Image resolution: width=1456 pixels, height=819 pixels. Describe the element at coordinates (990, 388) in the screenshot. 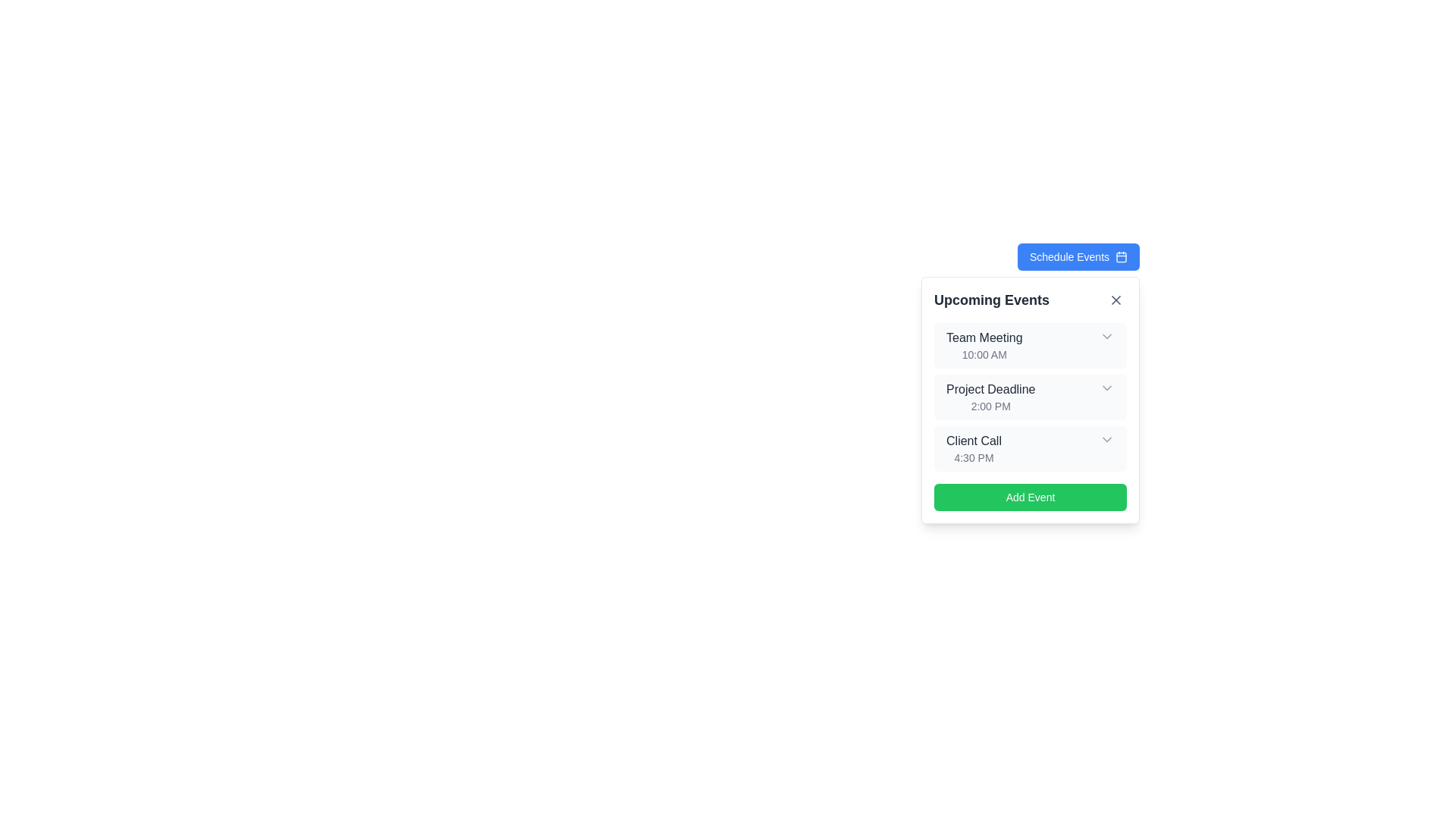

I see `title or description of the event displayed in the 'Upcoming Events' section, specifically the Text label that is the first line of the second item, positioned above the smaller-font text showing '2:00 PM'` at that location.